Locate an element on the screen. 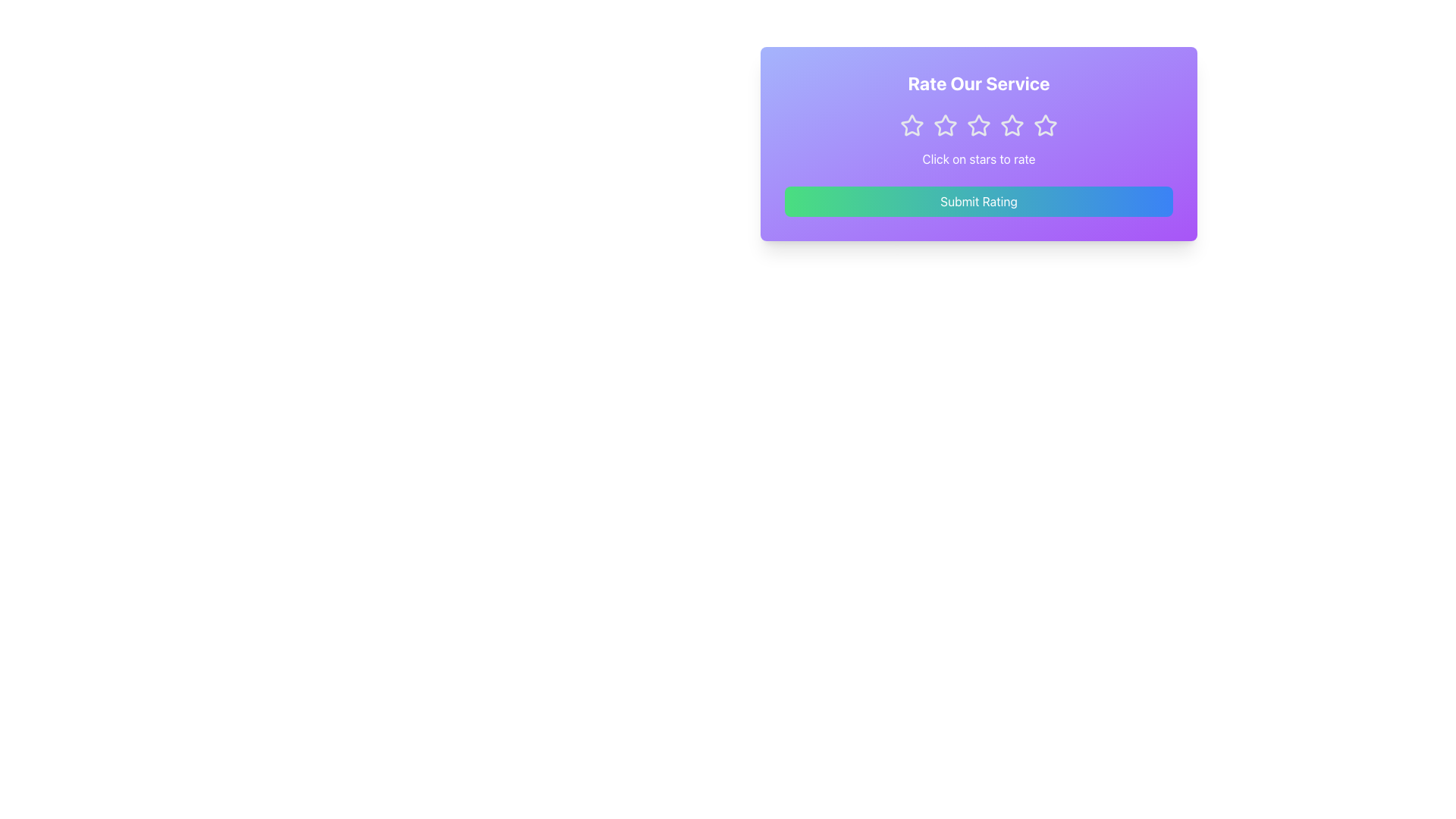 The height and width of the screenshot is (819, 1456). the highlighted star icon is located at coordinates (912, 124).